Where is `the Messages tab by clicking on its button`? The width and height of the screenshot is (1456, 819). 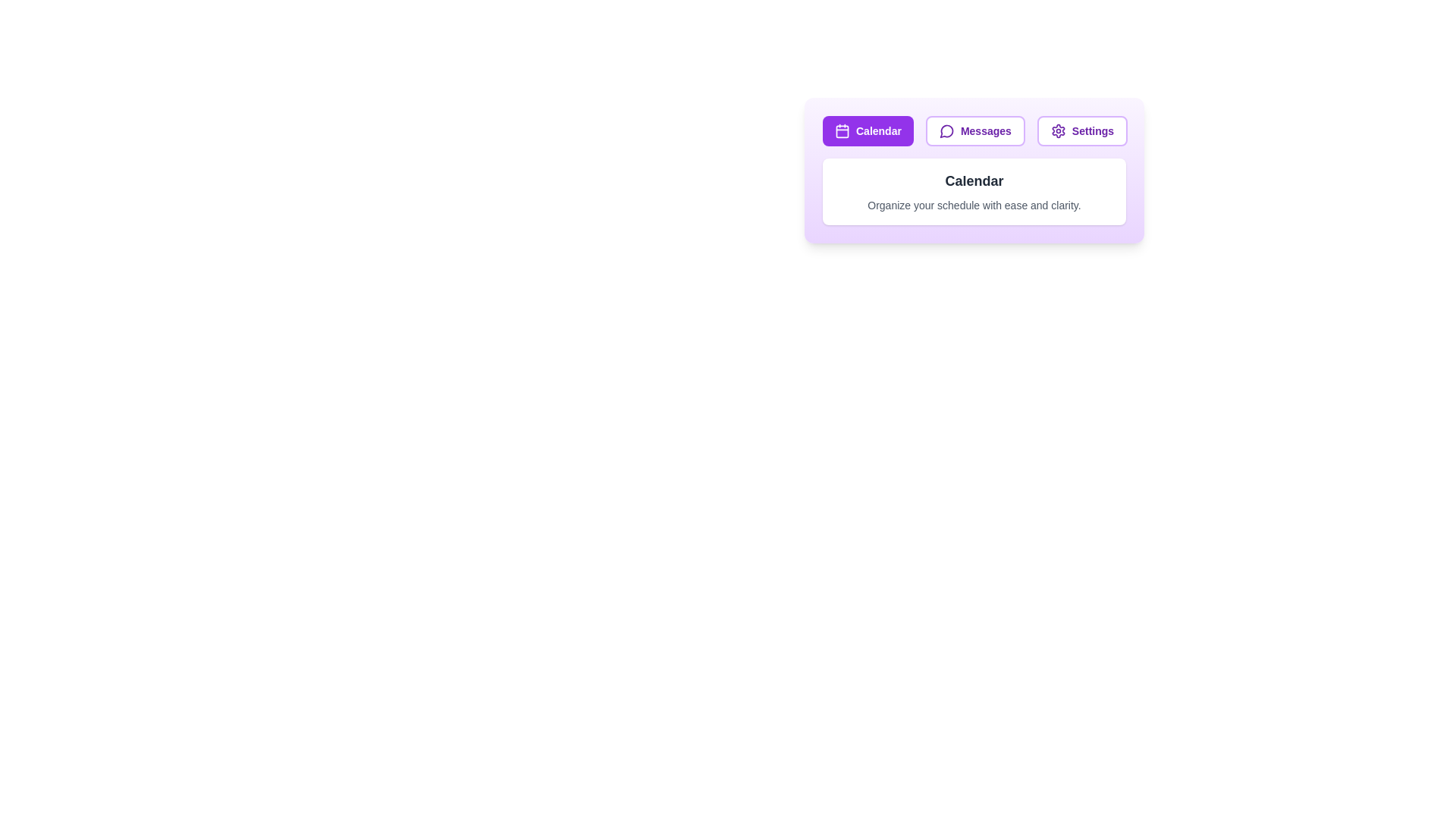 the Messages tab by clicking on its button is located at coordinates (975, 130).